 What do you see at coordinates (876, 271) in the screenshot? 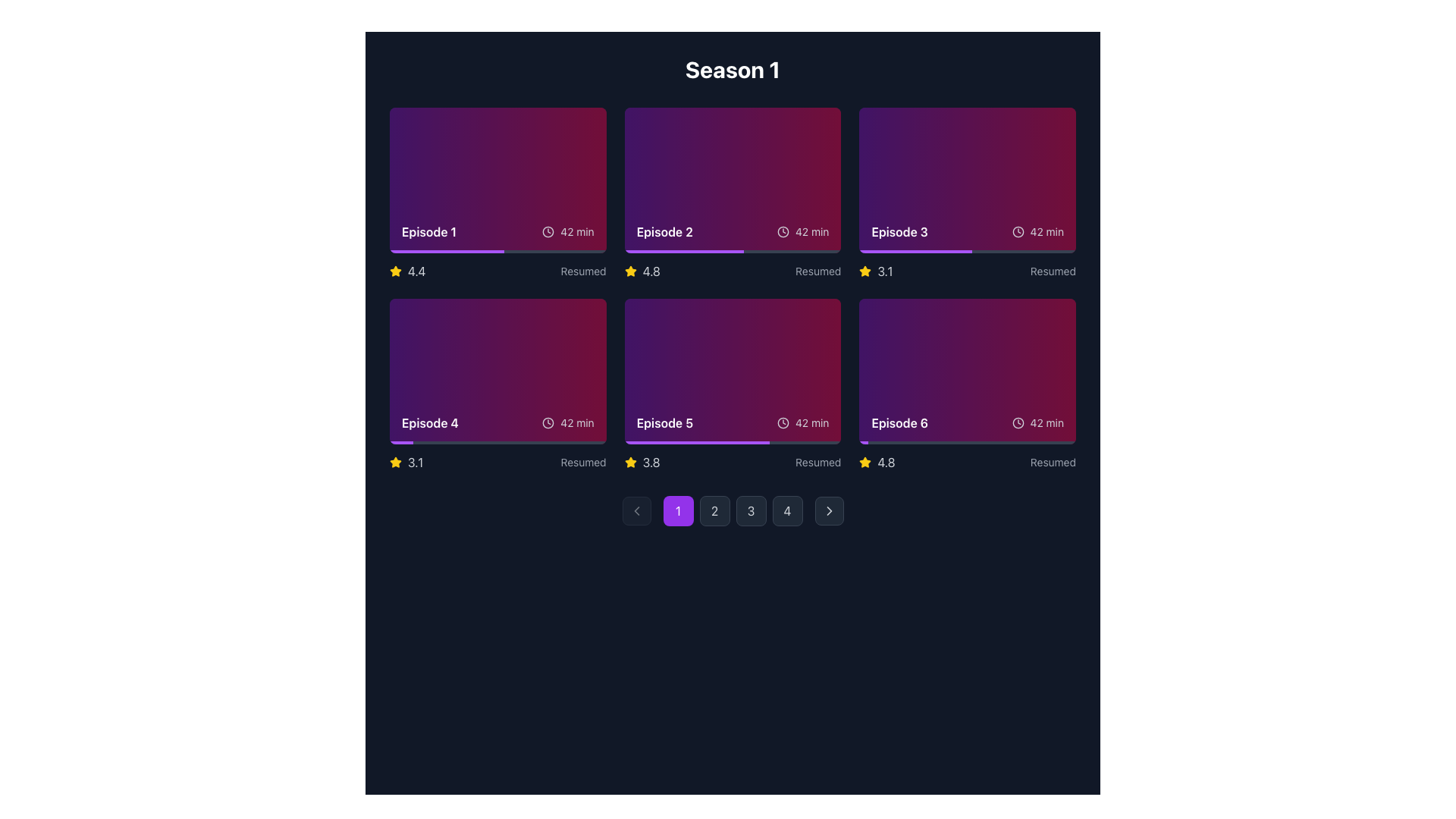
I see `the Rating indicator, which visually represents the average rating score for the corresponding episode card located at the bottom-right section of the third card in the grid layout` at bounding box center [876, 271].